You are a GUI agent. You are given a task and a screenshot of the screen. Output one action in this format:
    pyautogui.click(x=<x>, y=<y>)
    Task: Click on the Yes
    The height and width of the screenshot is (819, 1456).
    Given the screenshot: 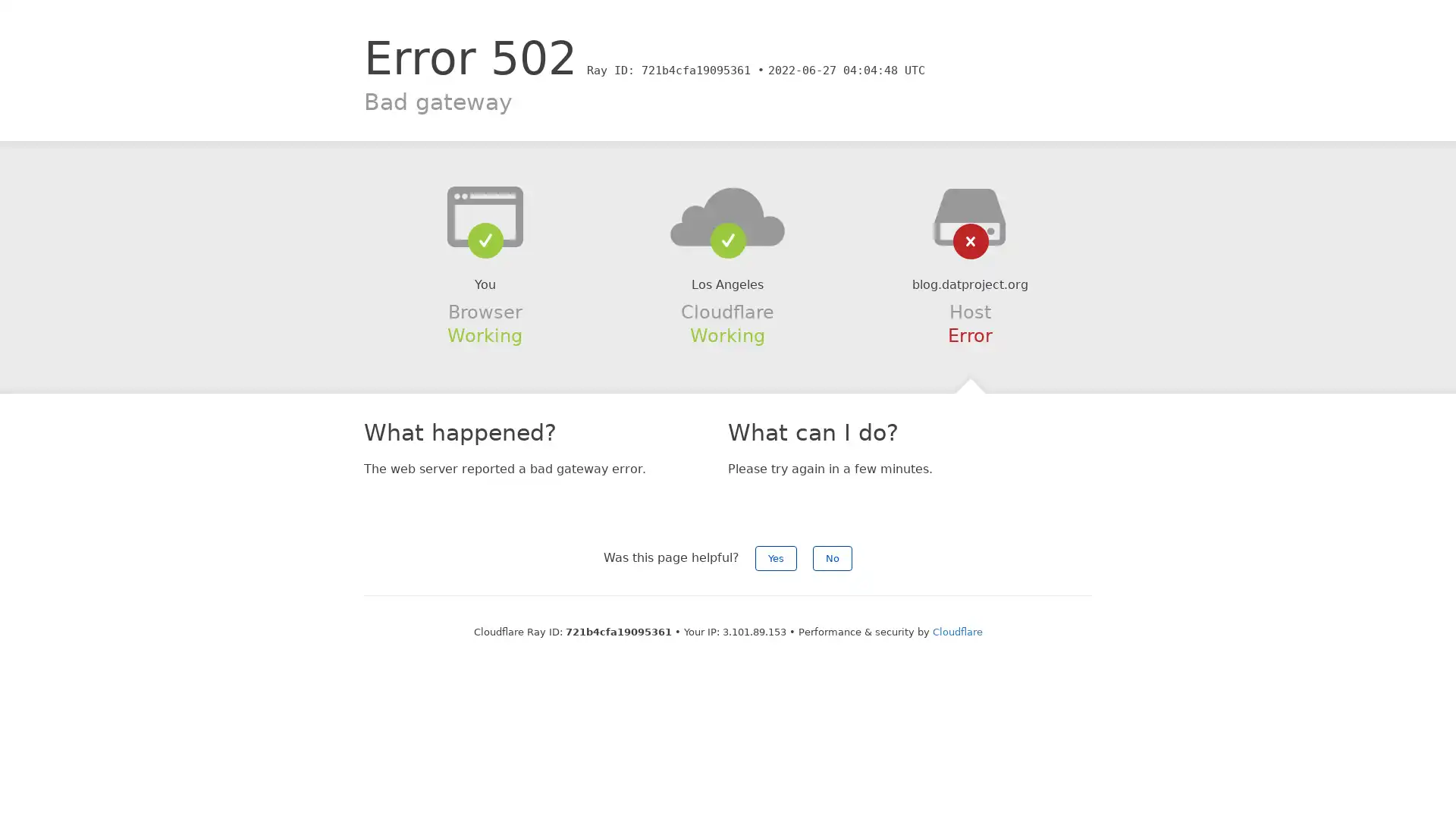 What is the action you would take?
    pyautogui.click(x=776, y=558)
    